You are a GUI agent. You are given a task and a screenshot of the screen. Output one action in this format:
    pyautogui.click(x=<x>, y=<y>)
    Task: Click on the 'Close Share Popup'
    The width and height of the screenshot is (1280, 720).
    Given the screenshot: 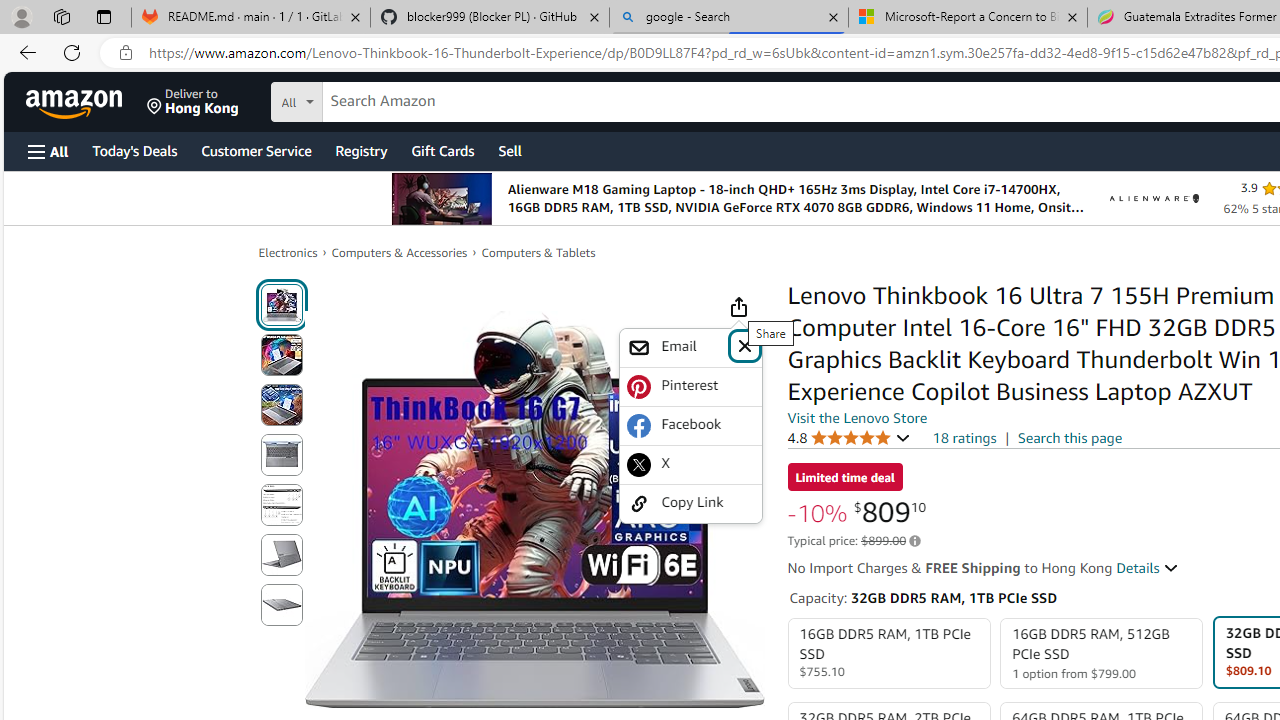 What is the action you would take?
    pyautogui.click(x=743, y=344)
    